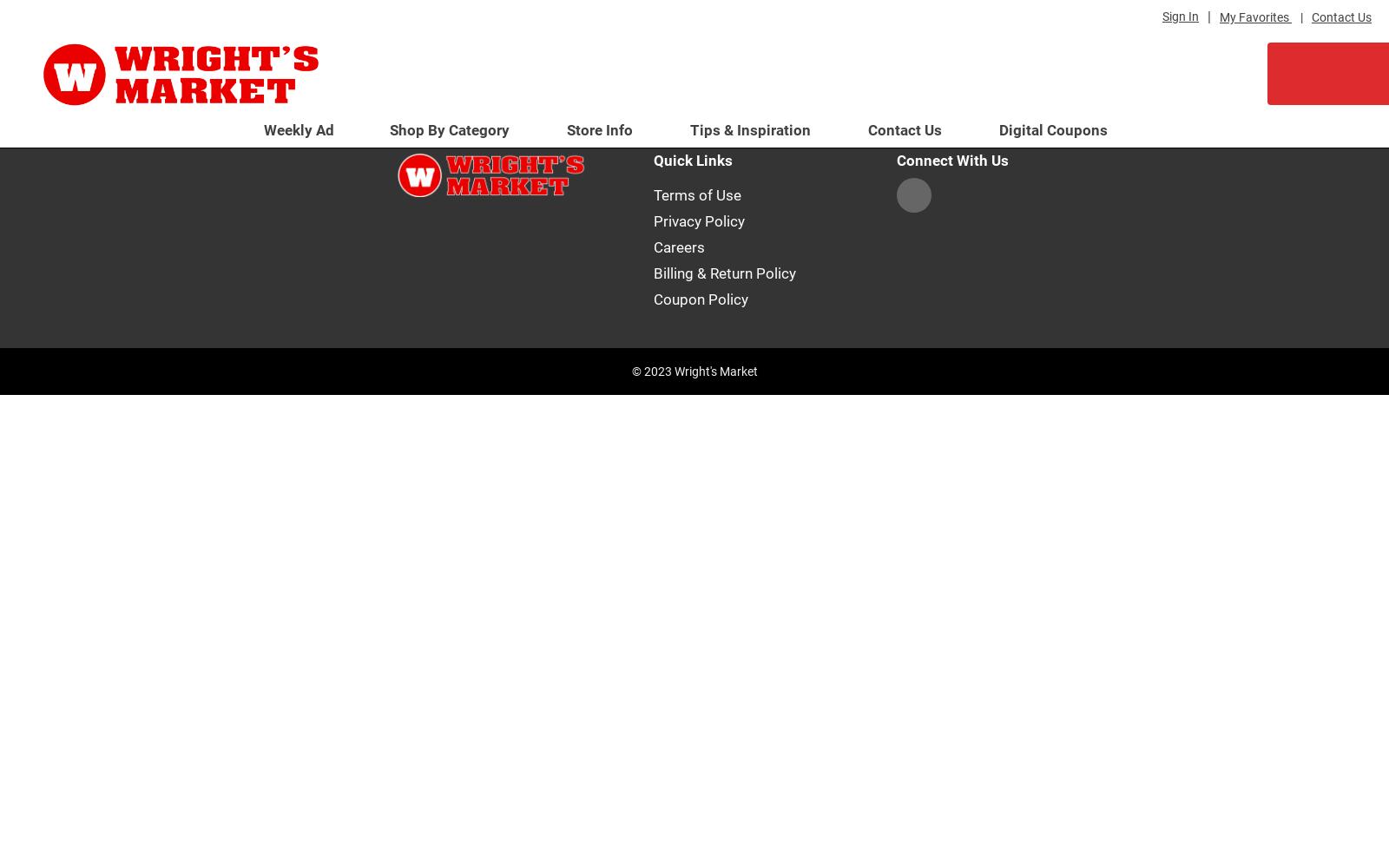 This screenshot has width=1389, height=868. I want to click on 'Tips & Inspiration', so click(749, 130).